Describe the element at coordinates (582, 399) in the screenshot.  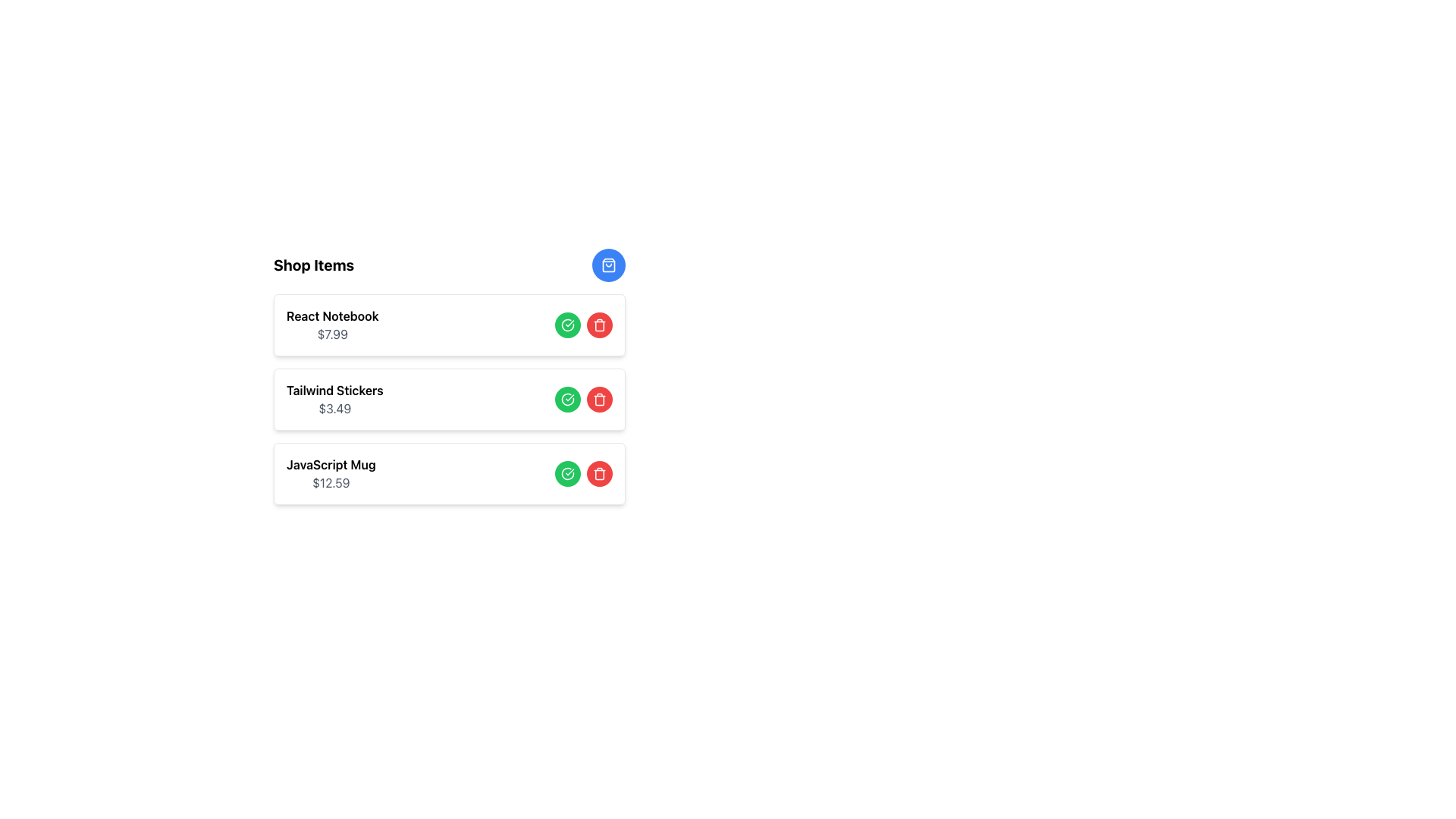
I see `the interactive component consisting of two buttons (approve and delete)` at that location.